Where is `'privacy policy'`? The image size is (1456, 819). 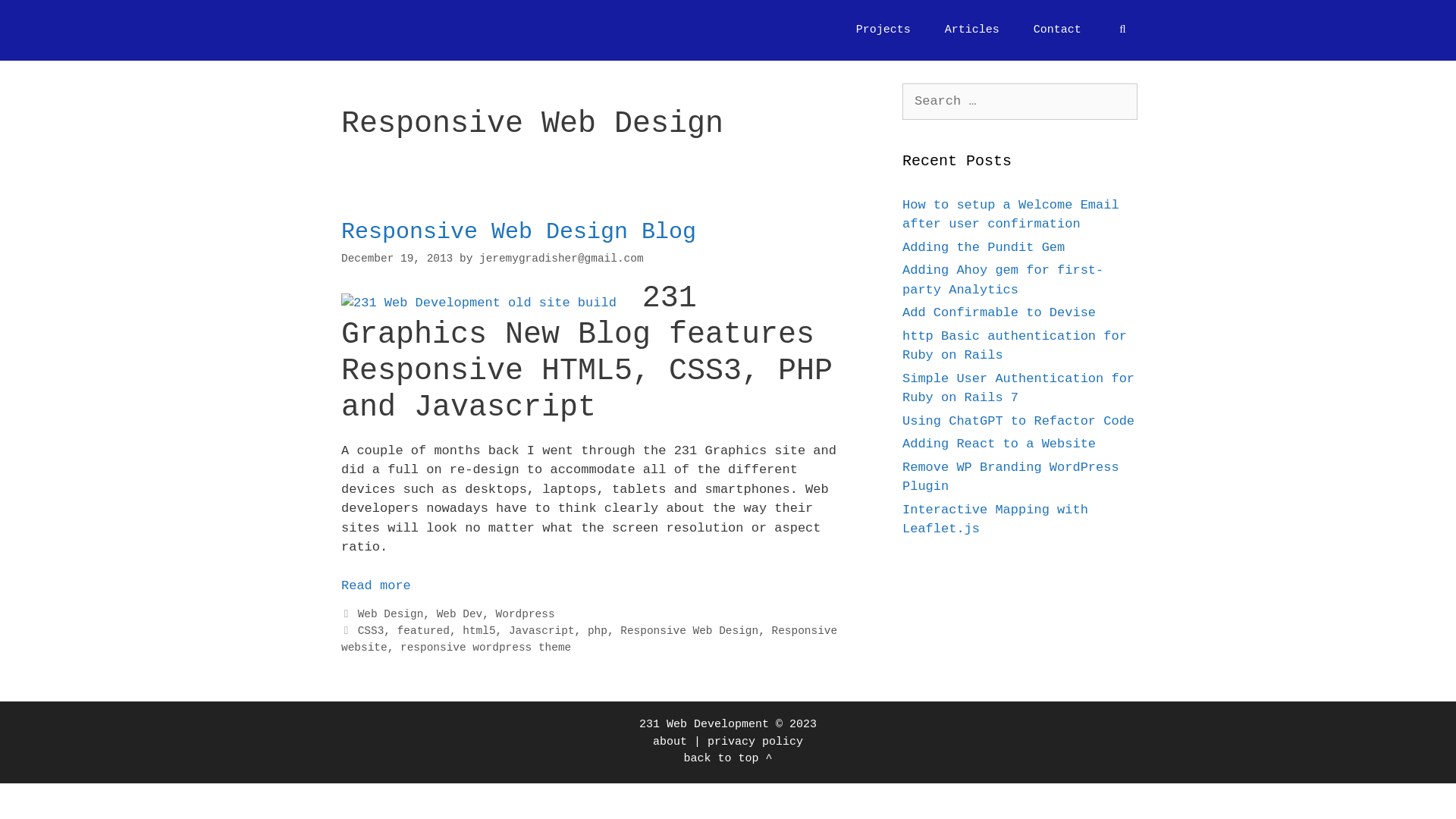 'privacy policy' is located at coordinates (706, 741).